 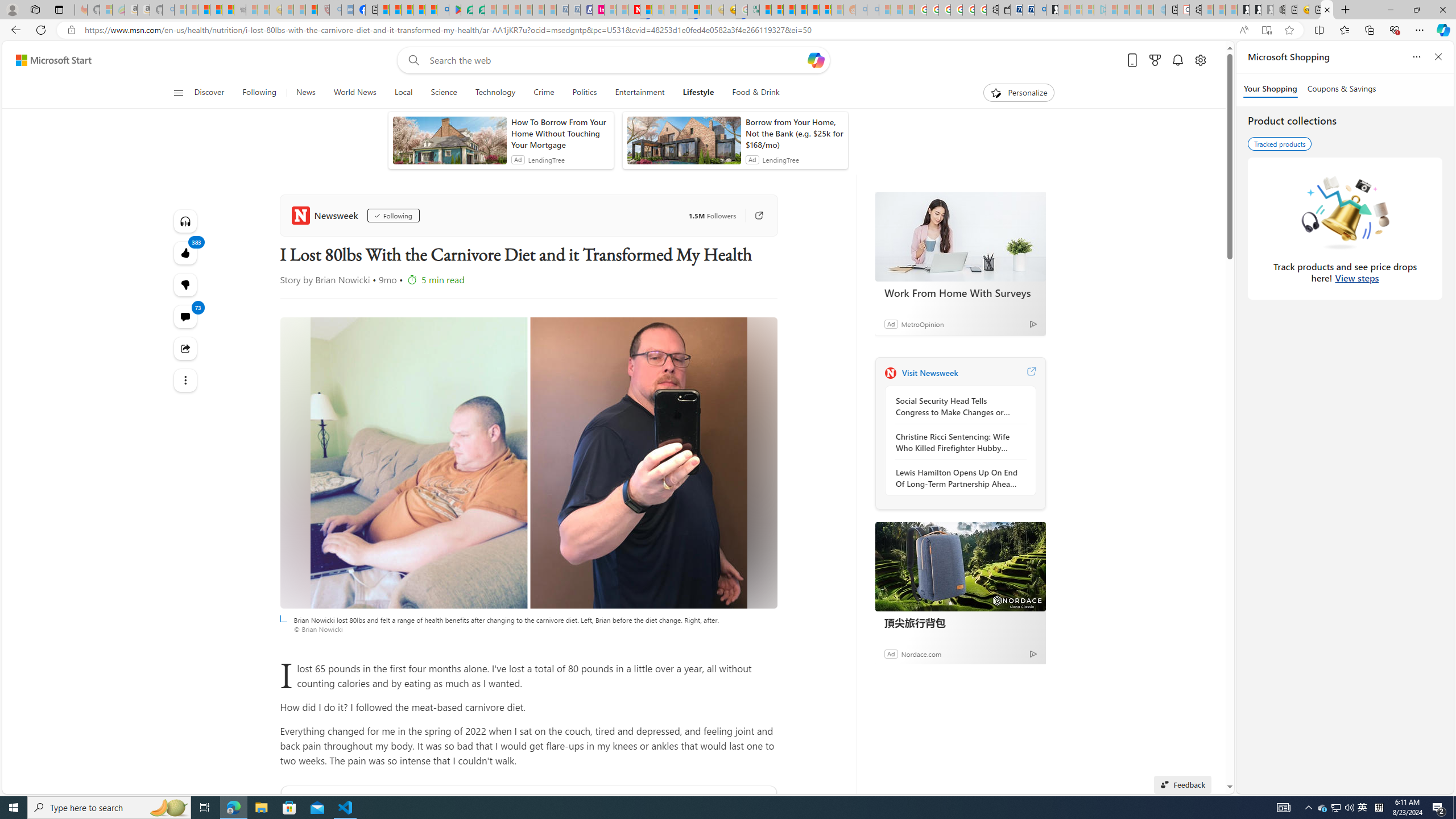 What do you see at coordinates (53, 60) in the screenshot?
I see `'Microsoft Start'` at bounding box center [53, 60].